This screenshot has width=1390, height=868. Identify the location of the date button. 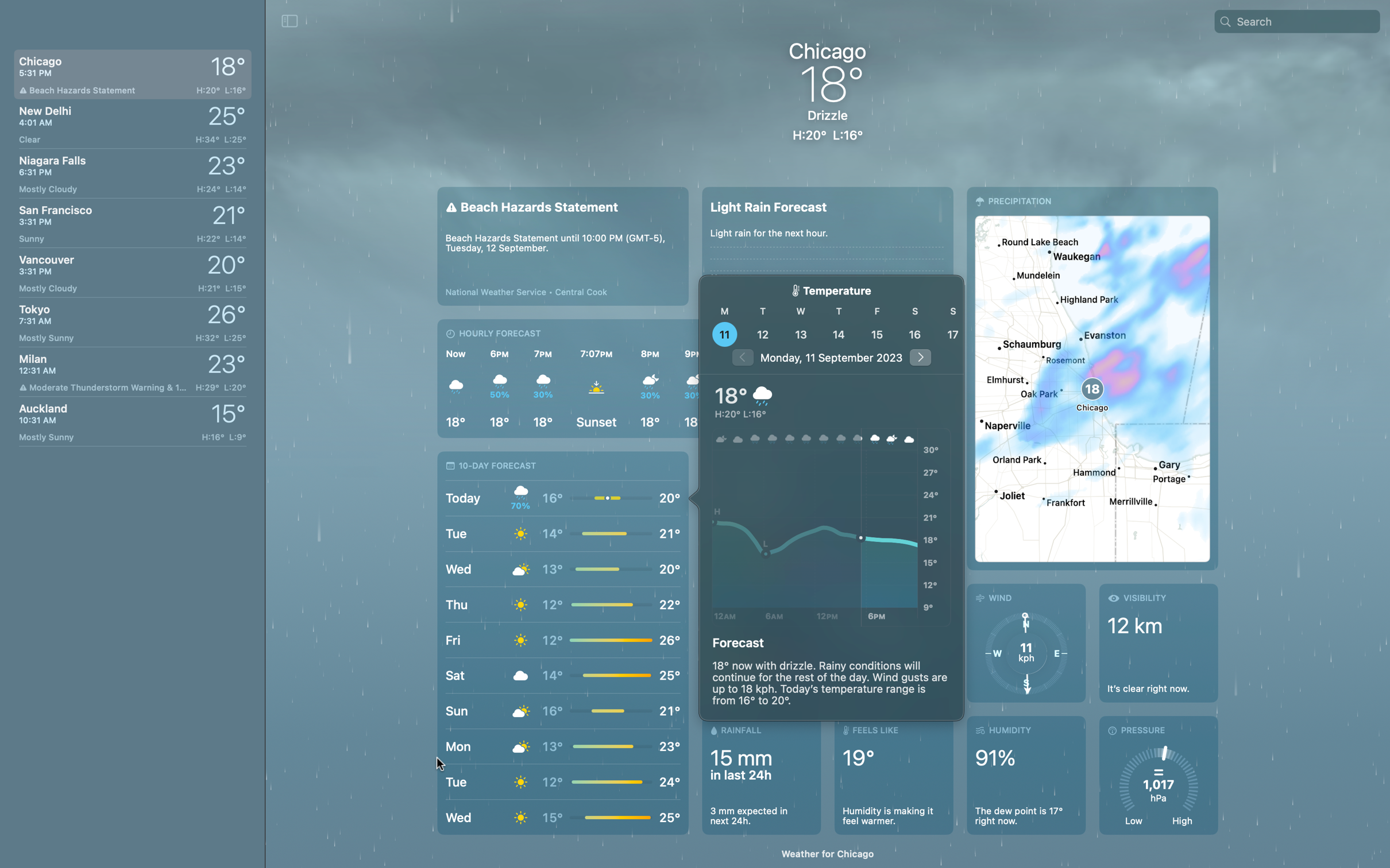
(801, 334).